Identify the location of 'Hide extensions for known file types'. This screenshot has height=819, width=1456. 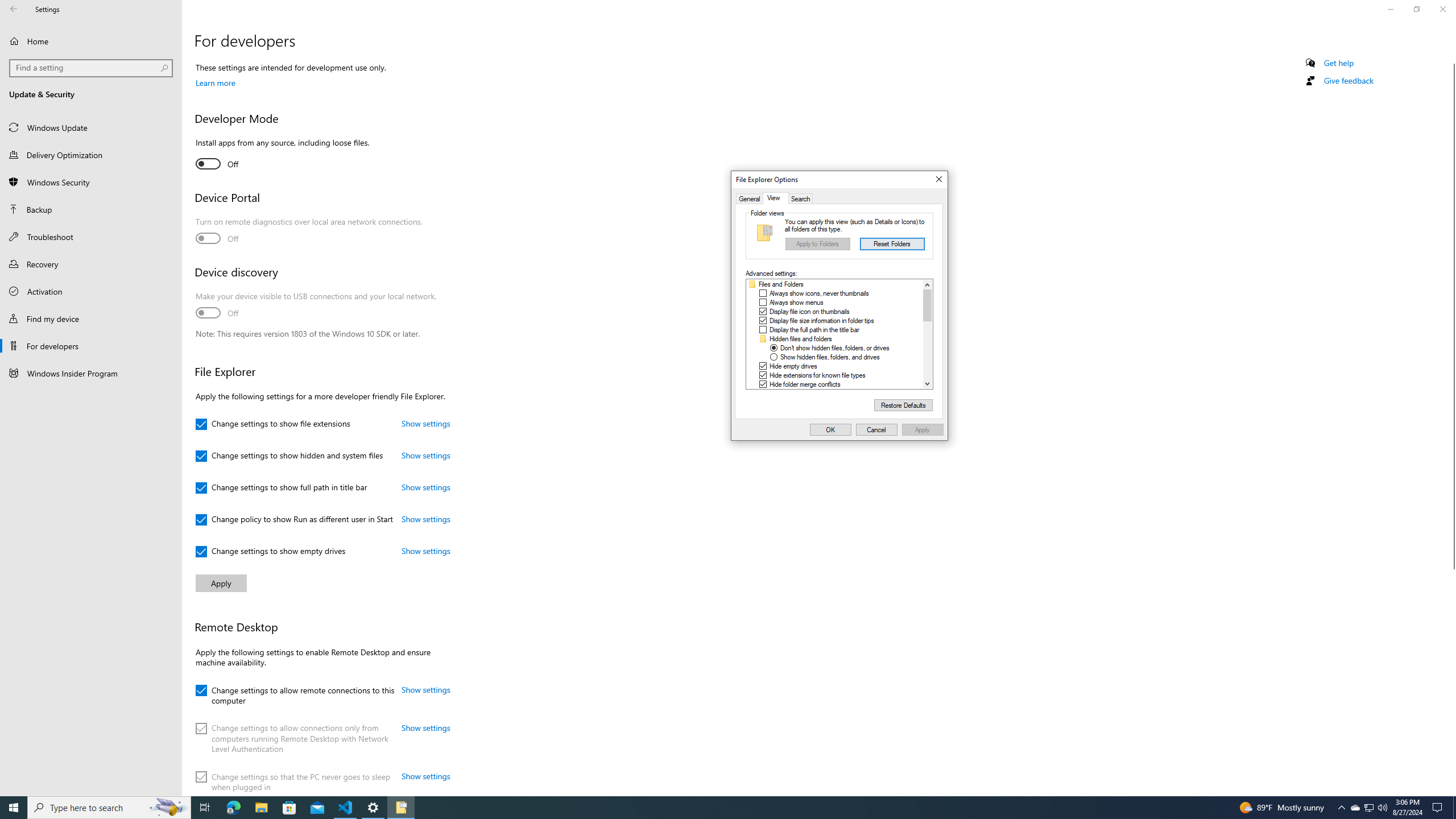
(817, 375).